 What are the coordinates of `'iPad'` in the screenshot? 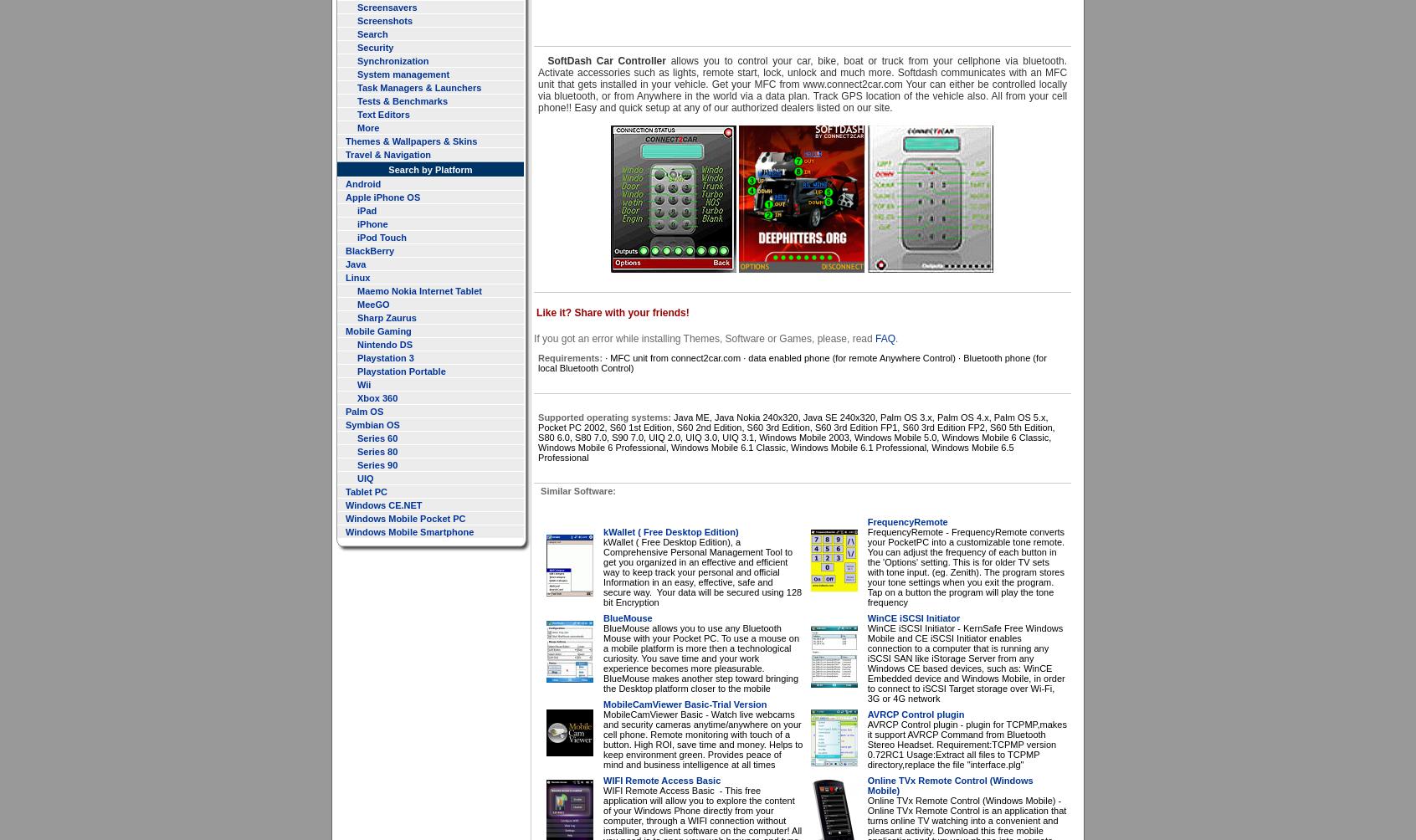 It's located at (366, 210).